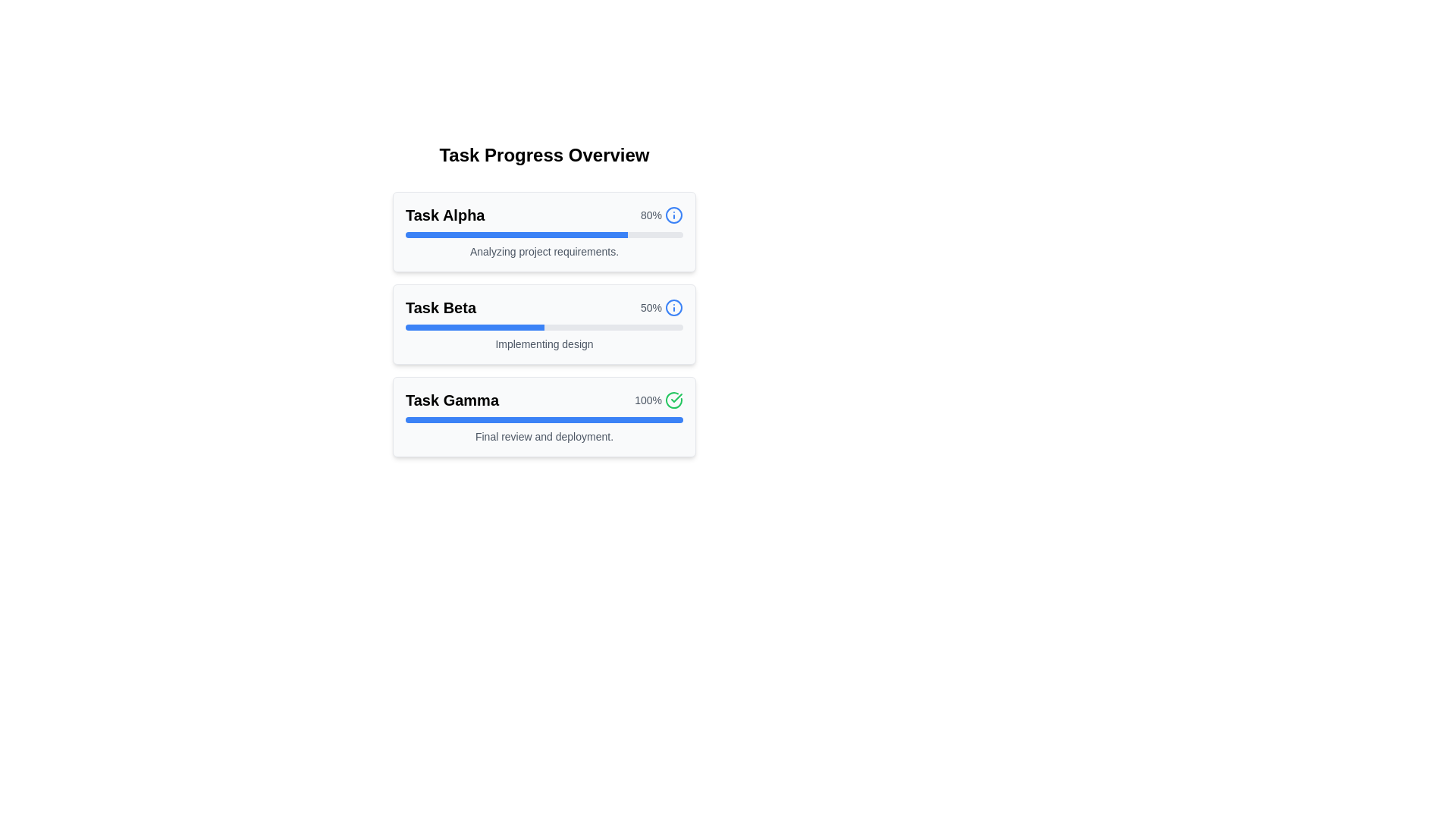  Describe the element at coordinates (544, 234) in the screenshot. I see `the progress bar indicating 80% completion, located within the 'Task Alpha' card, below the title and percentage text, and above the description text 'Analyzing project requirements.'` at that location.